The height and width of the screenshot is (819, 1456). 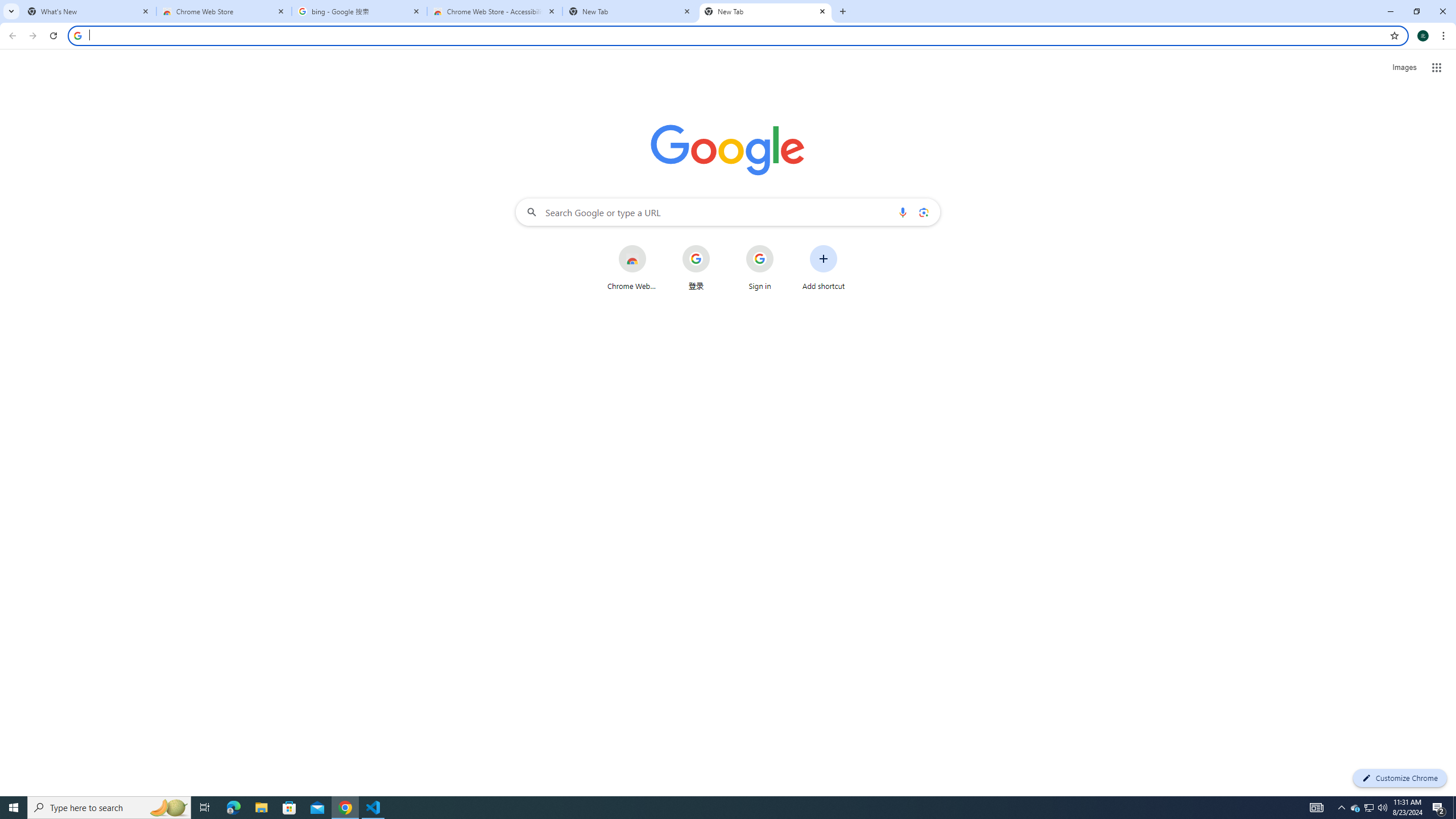 I want to click on 'Bookmark this tab', so click(x=1393, y=35).